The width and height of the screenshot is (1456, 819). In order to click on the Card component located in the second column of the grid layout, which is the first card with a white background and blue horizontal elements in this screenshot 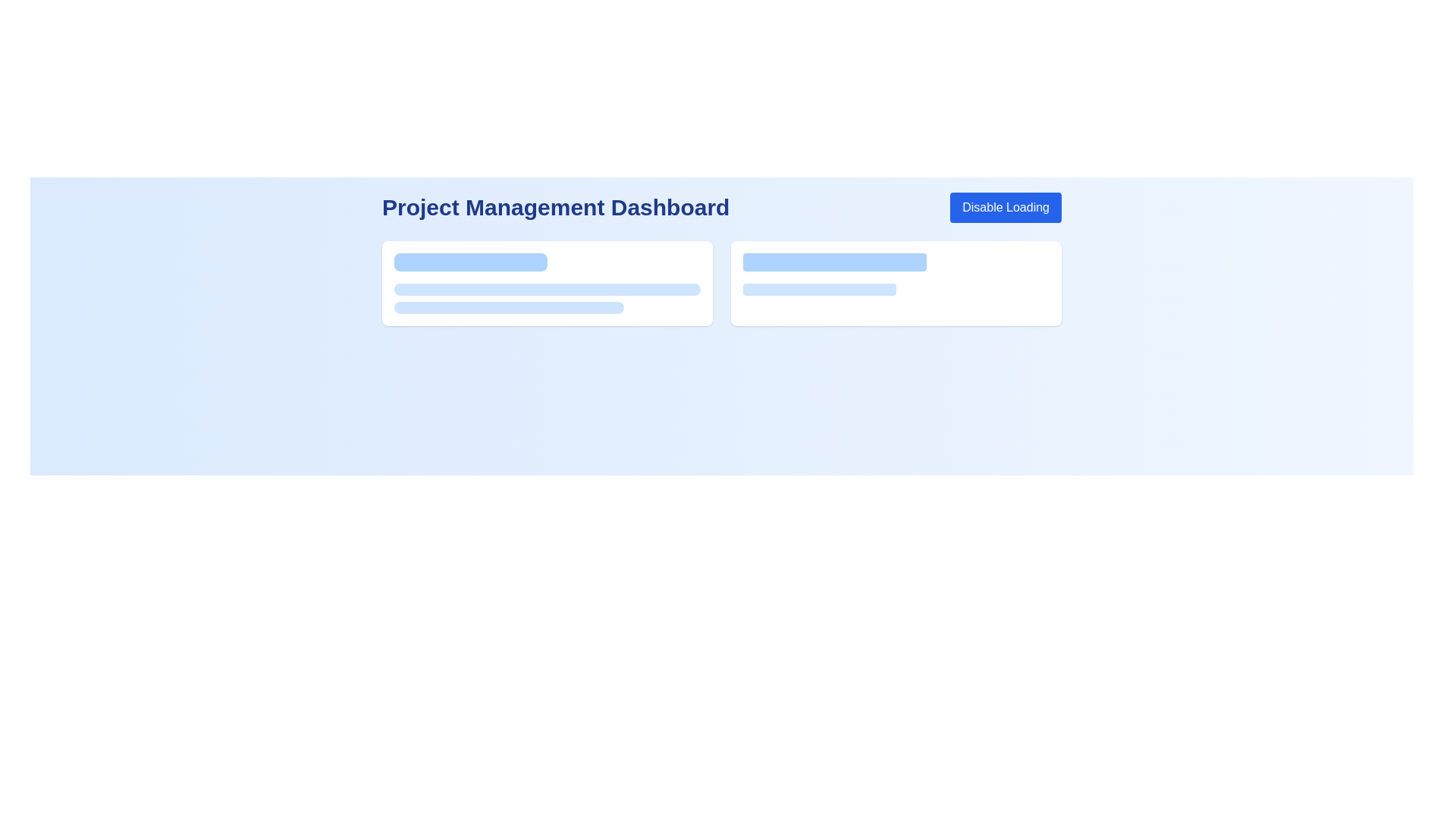, I will do `click(896, 284)`.